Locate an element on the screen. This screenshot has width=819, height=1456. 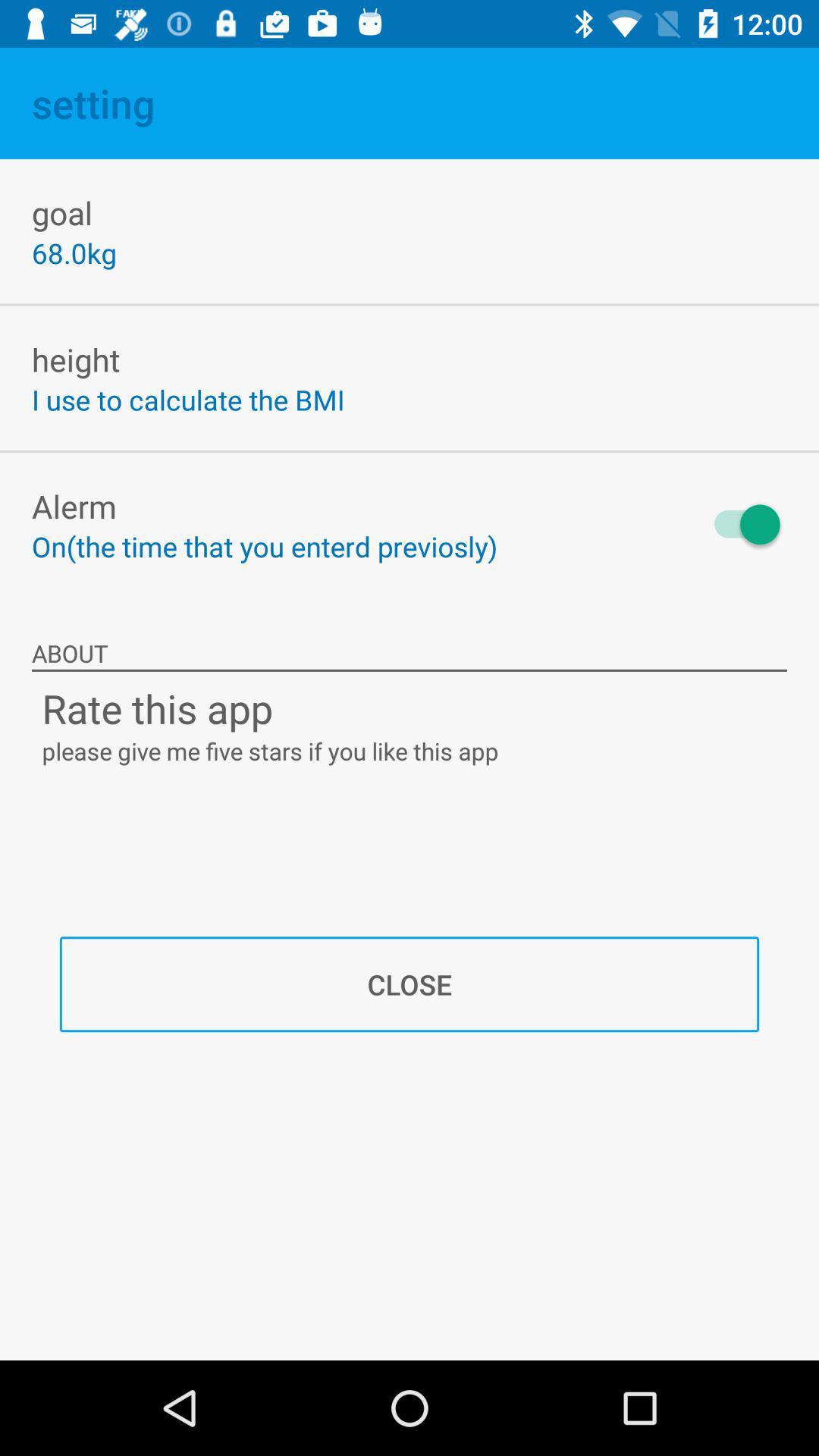
goal item is located at coordinates (61, 212).